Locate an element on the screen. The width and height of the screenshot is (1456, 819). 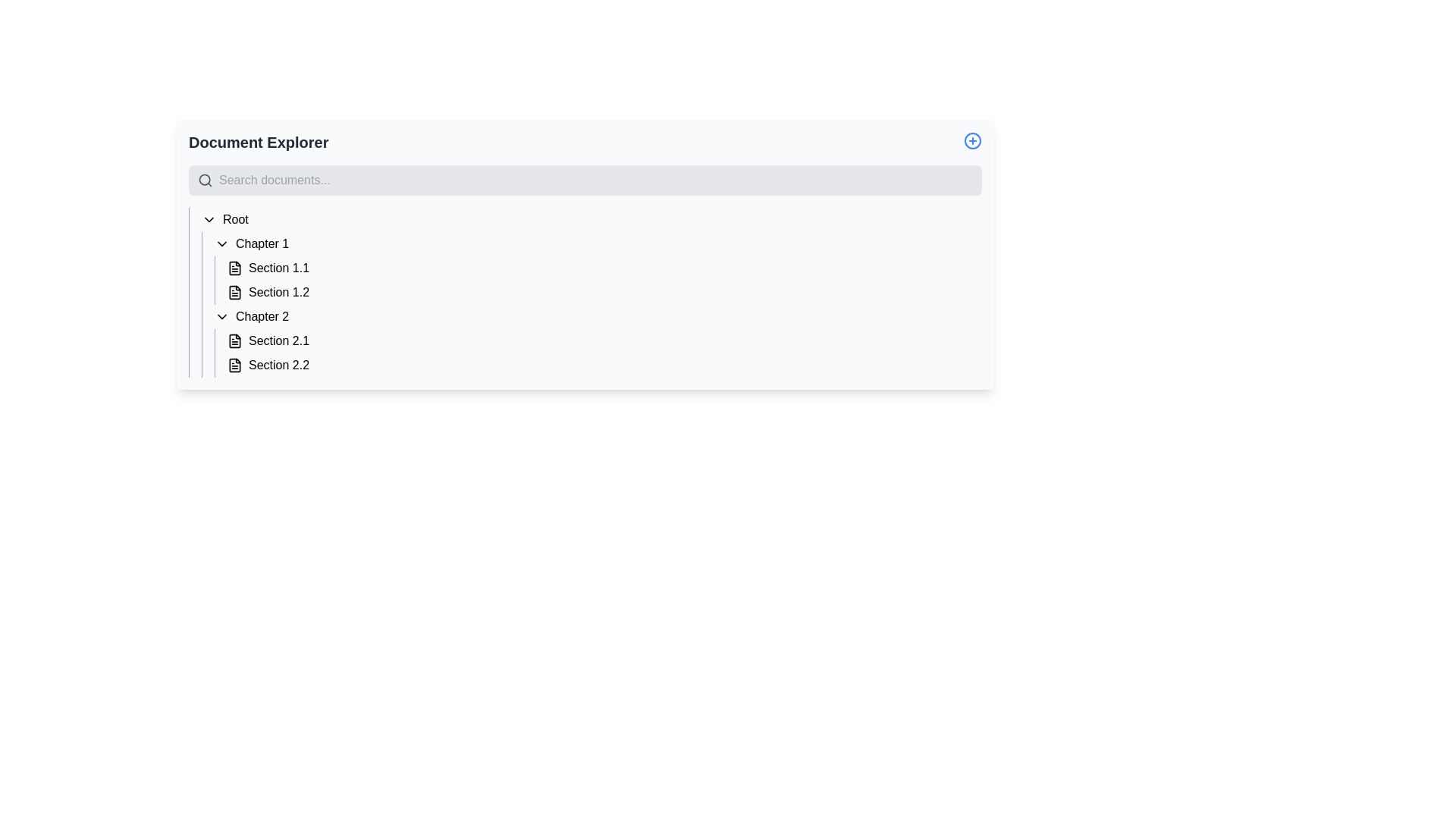
plain text label 'Section 1.2', which serves as a navigational cue for the document section is located at coordinates (279, 292).